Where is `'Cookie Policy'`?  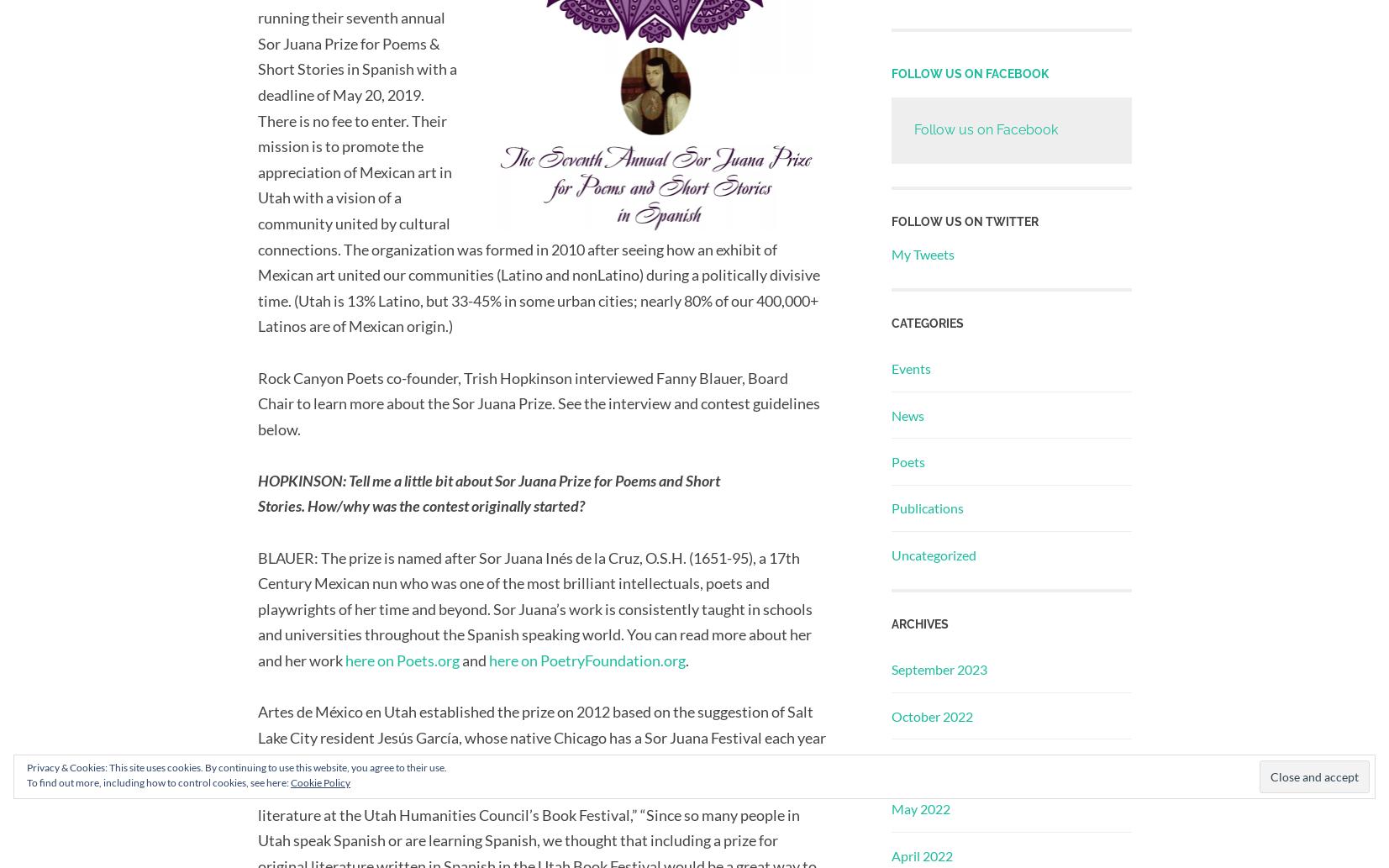 'Cookie Policy' is located at coordinates (319, 781).